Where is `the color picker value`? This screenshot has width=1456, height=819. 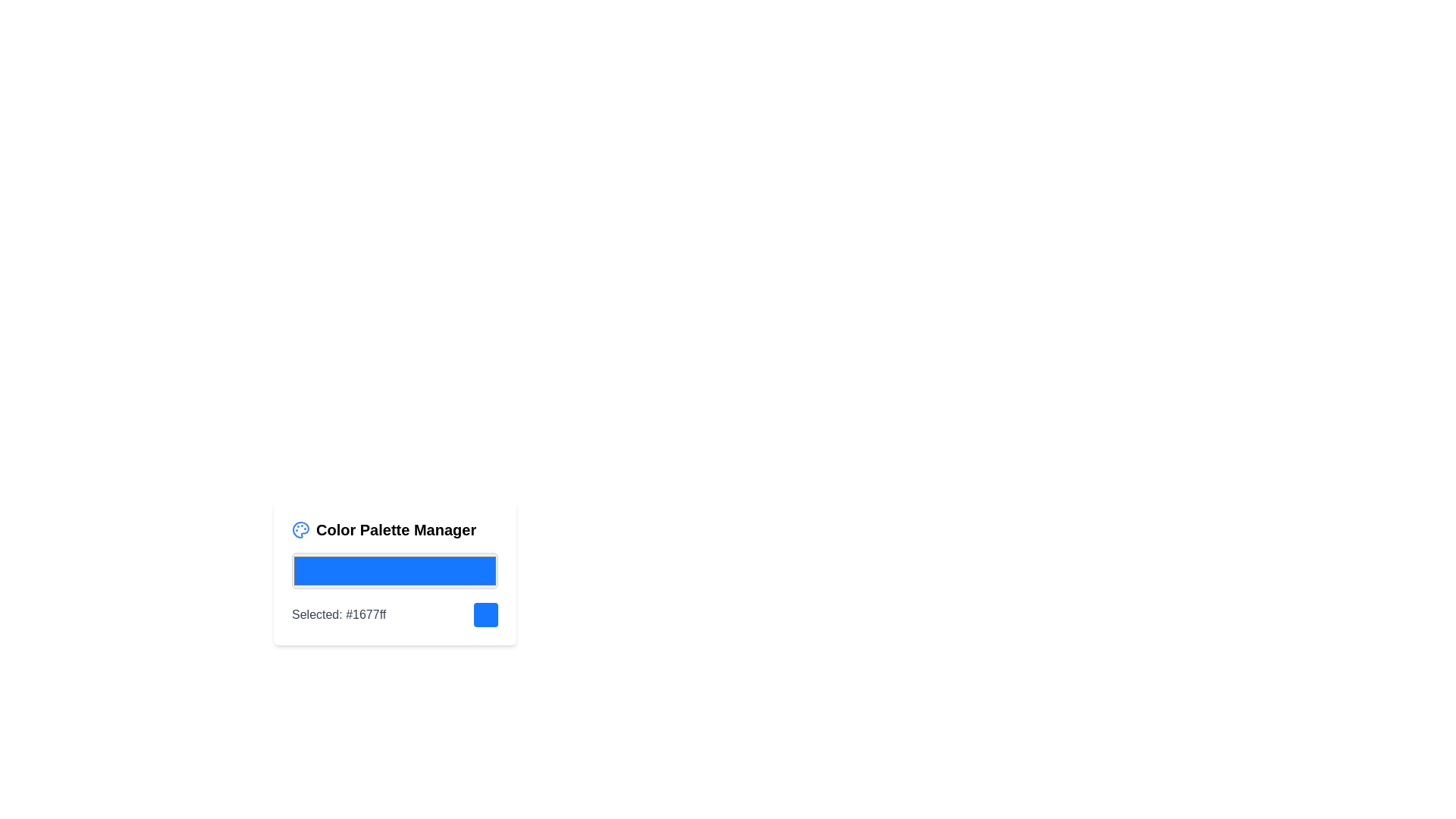 the color picker value is located at coordinates (395, 570).